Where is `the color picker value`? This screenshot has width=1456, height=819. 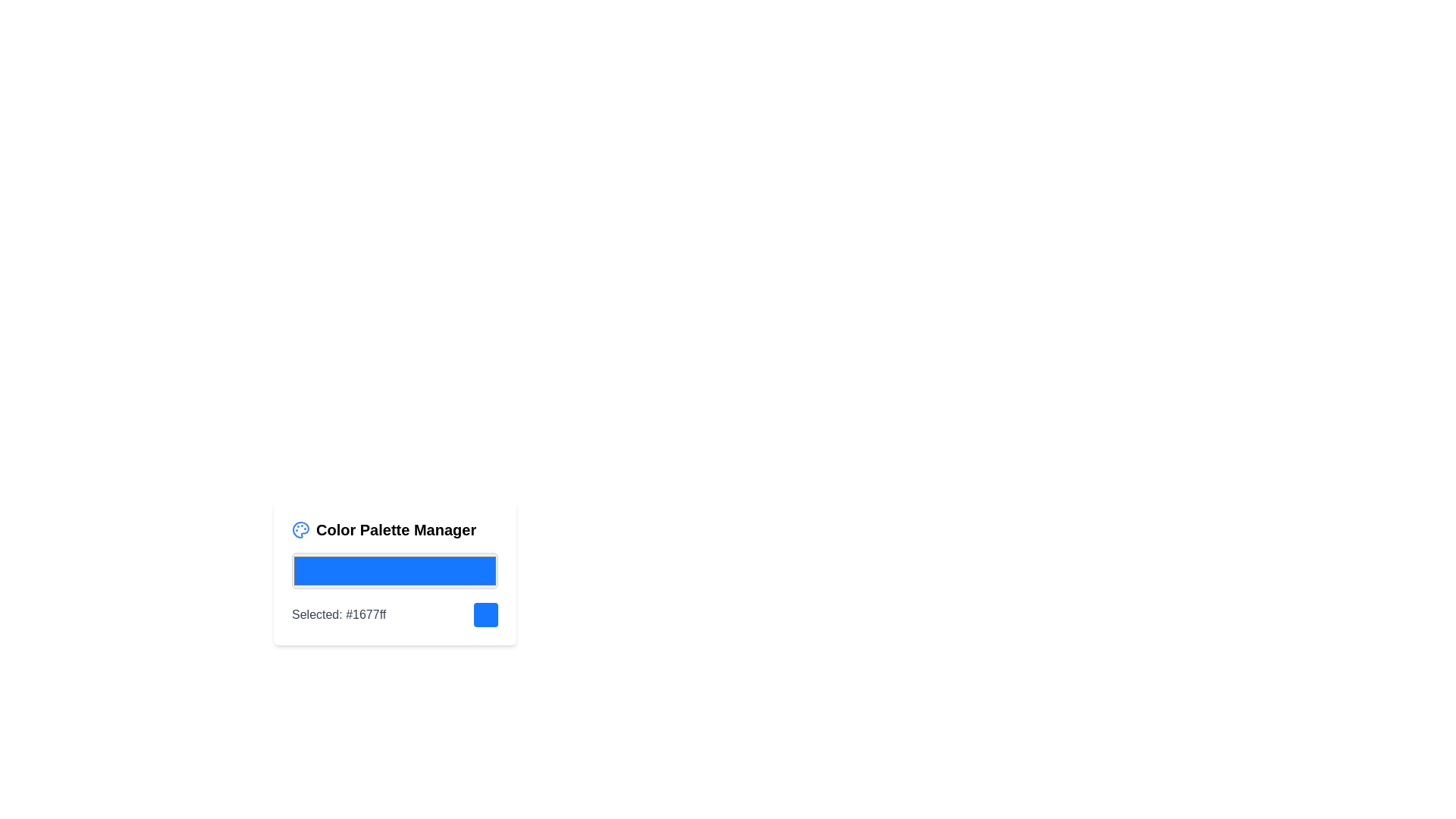 the color picker value is located at coordinates (395, 570).